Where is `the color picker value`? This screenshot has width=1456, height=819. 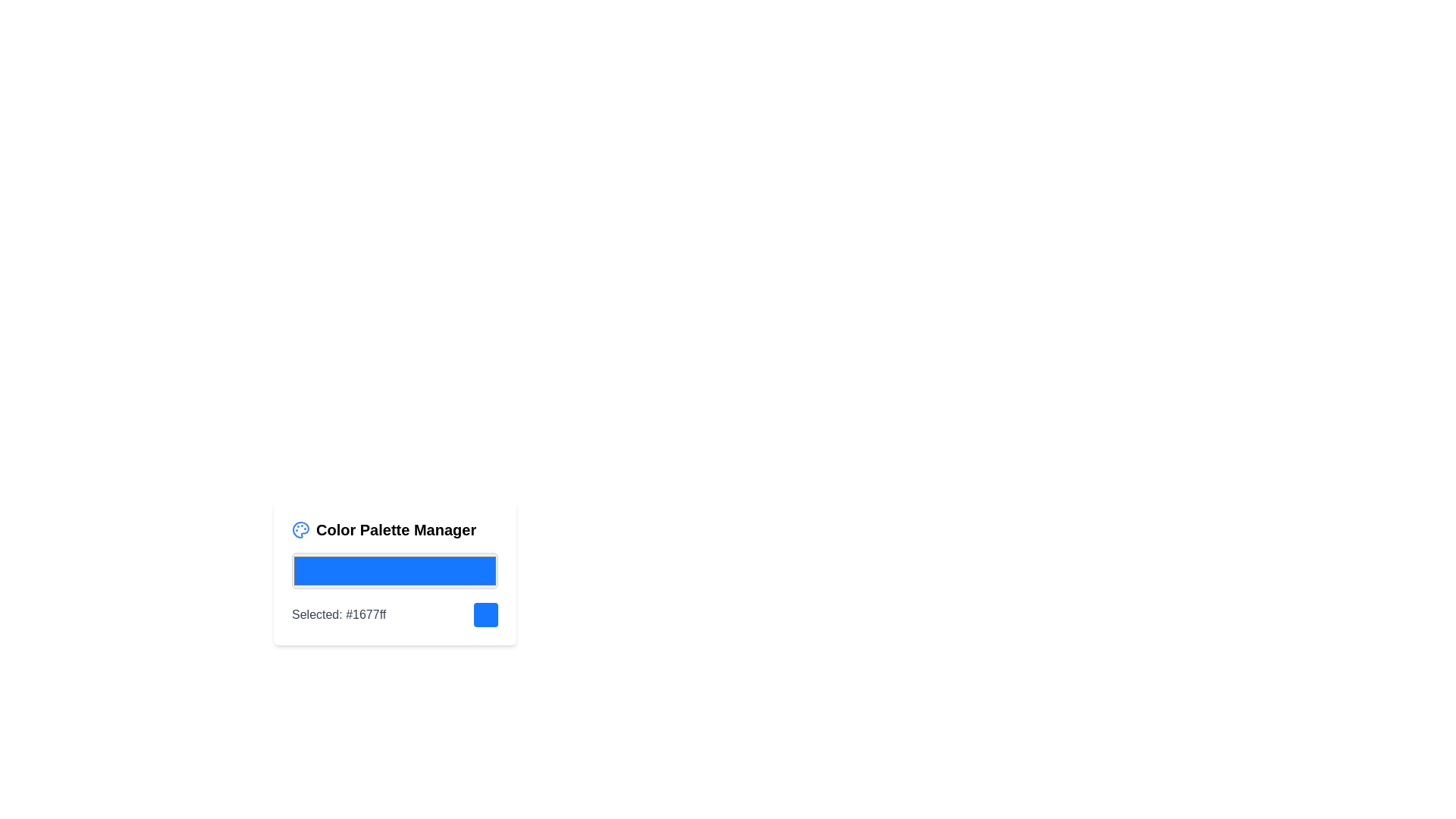 the color picker value is located at coordinates (395, 570).